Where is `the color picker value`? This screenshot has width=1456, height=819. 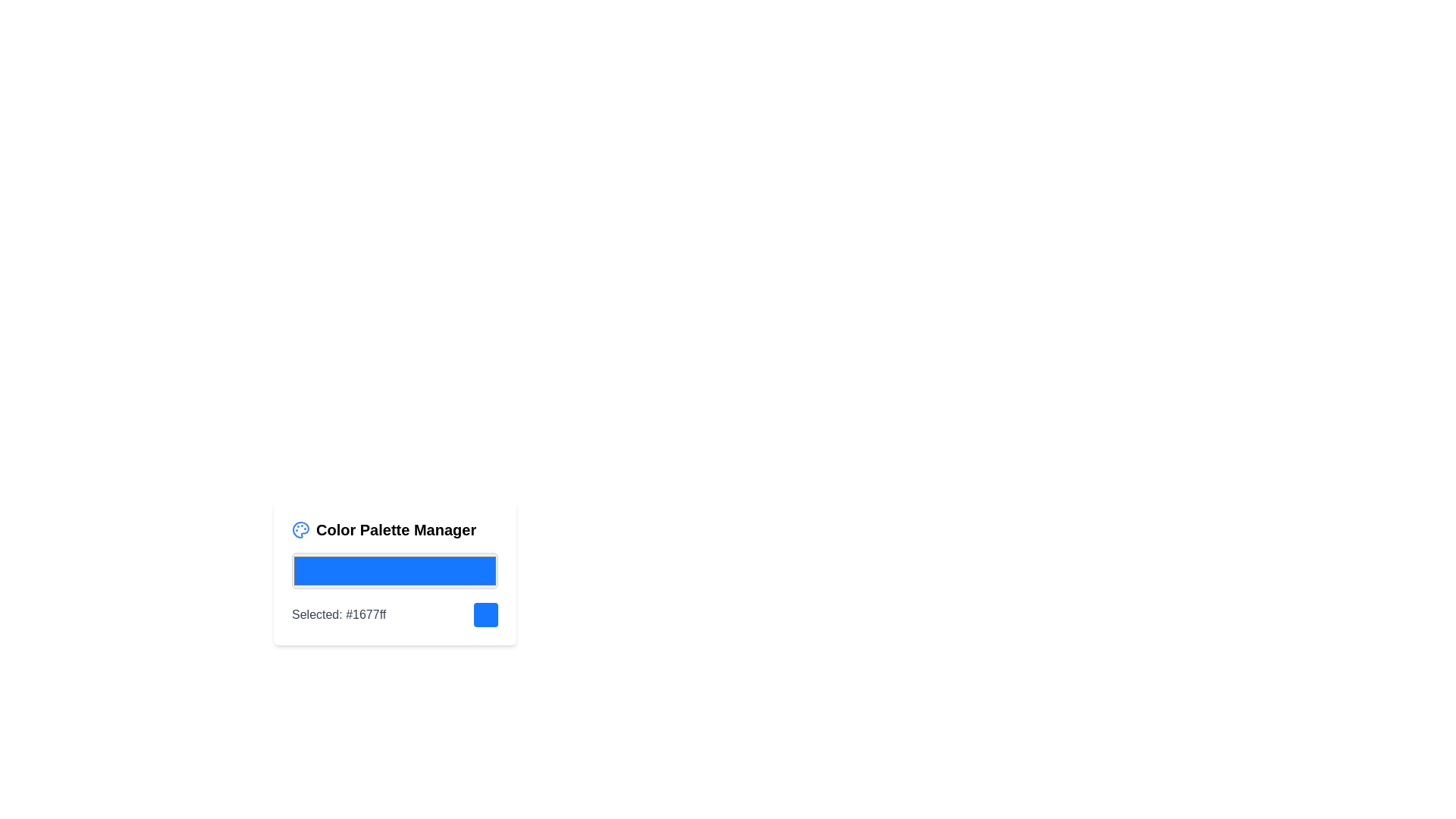 the color picker value is located at coordinates (395, 570).